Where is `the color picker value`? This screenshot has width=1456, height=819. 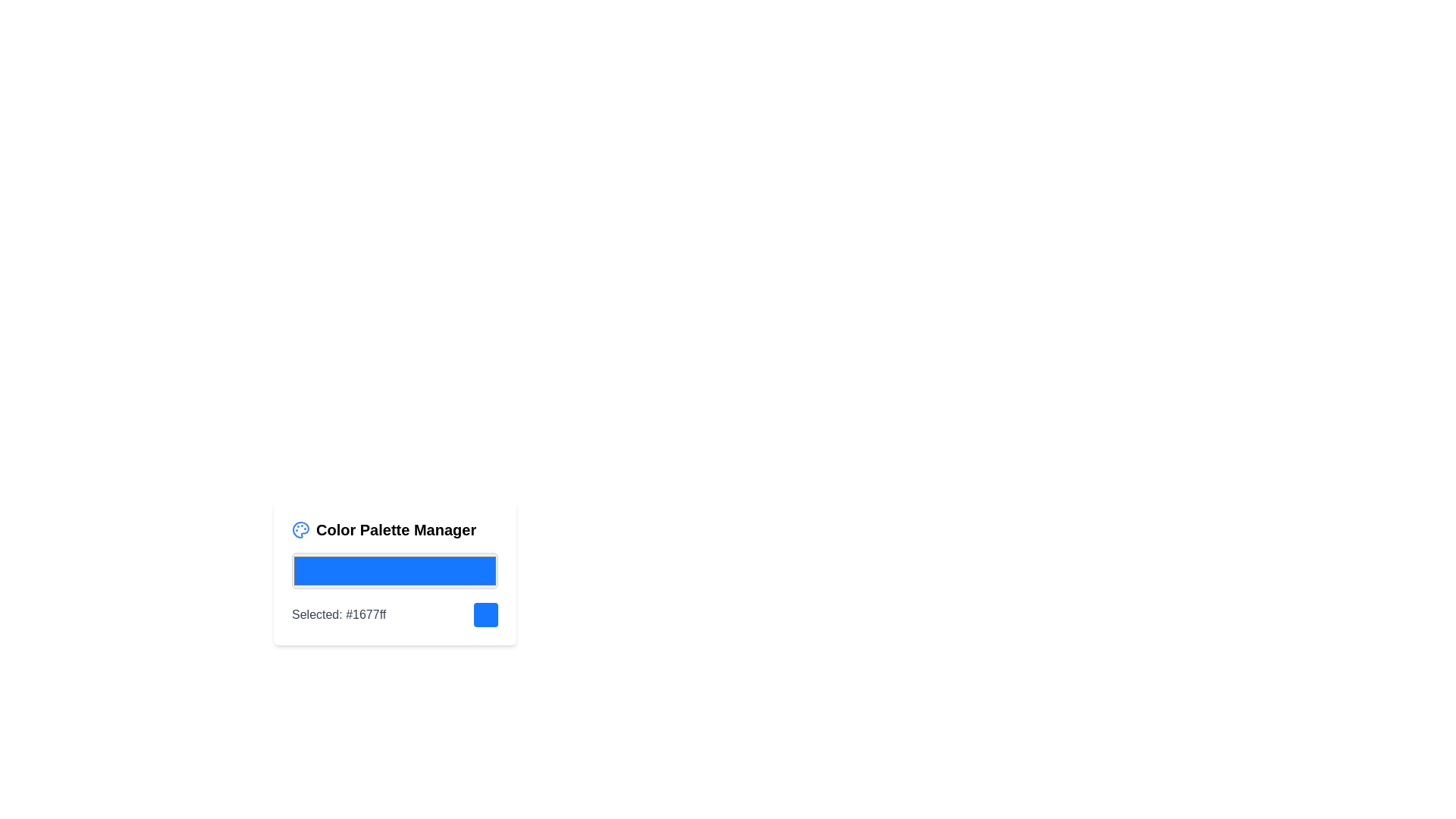 the color picker value is located at coordinates (395, 570).